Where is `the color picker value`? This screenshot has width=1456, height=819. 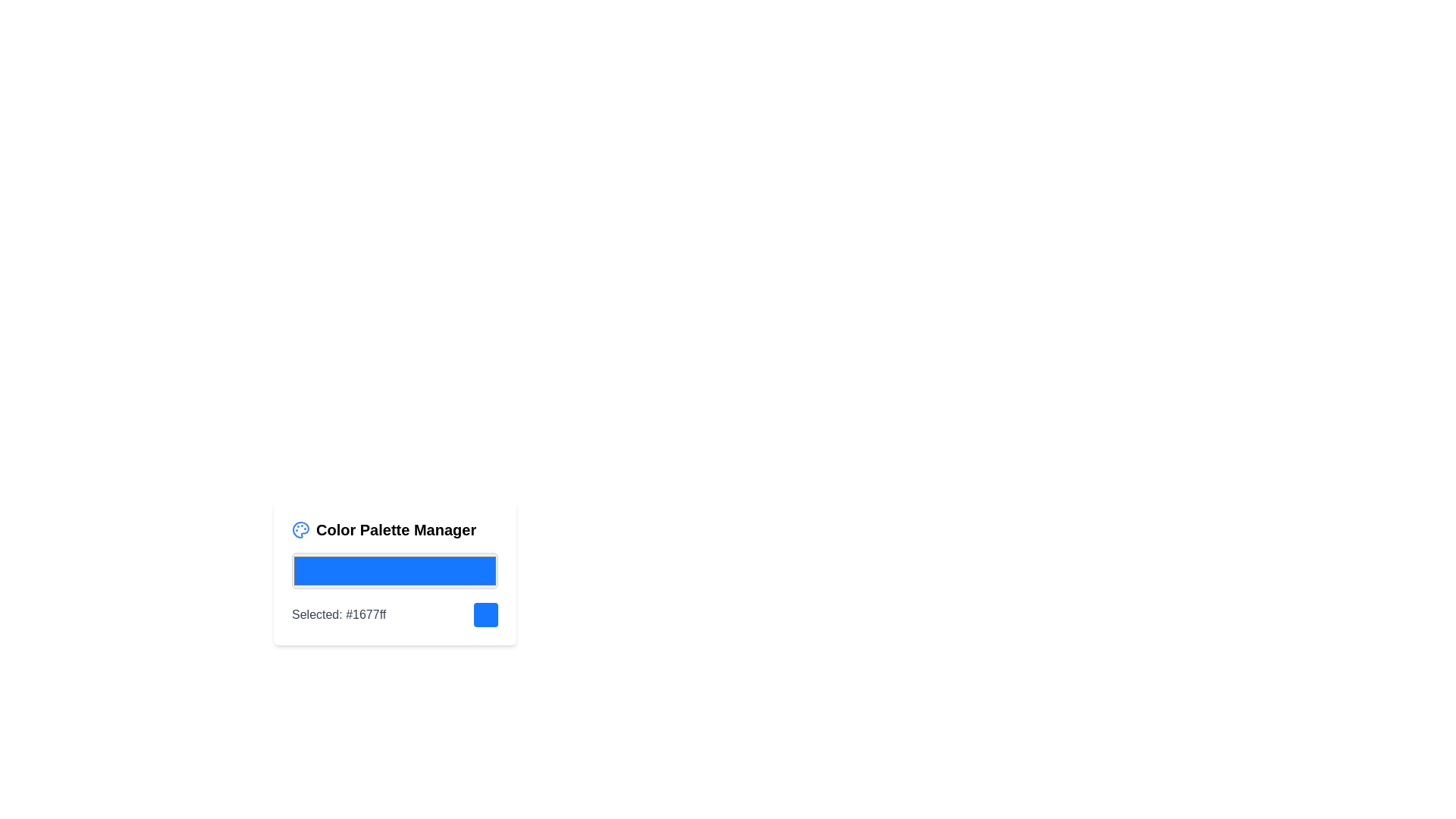 the color picker value is located at coordinates (395, 570).